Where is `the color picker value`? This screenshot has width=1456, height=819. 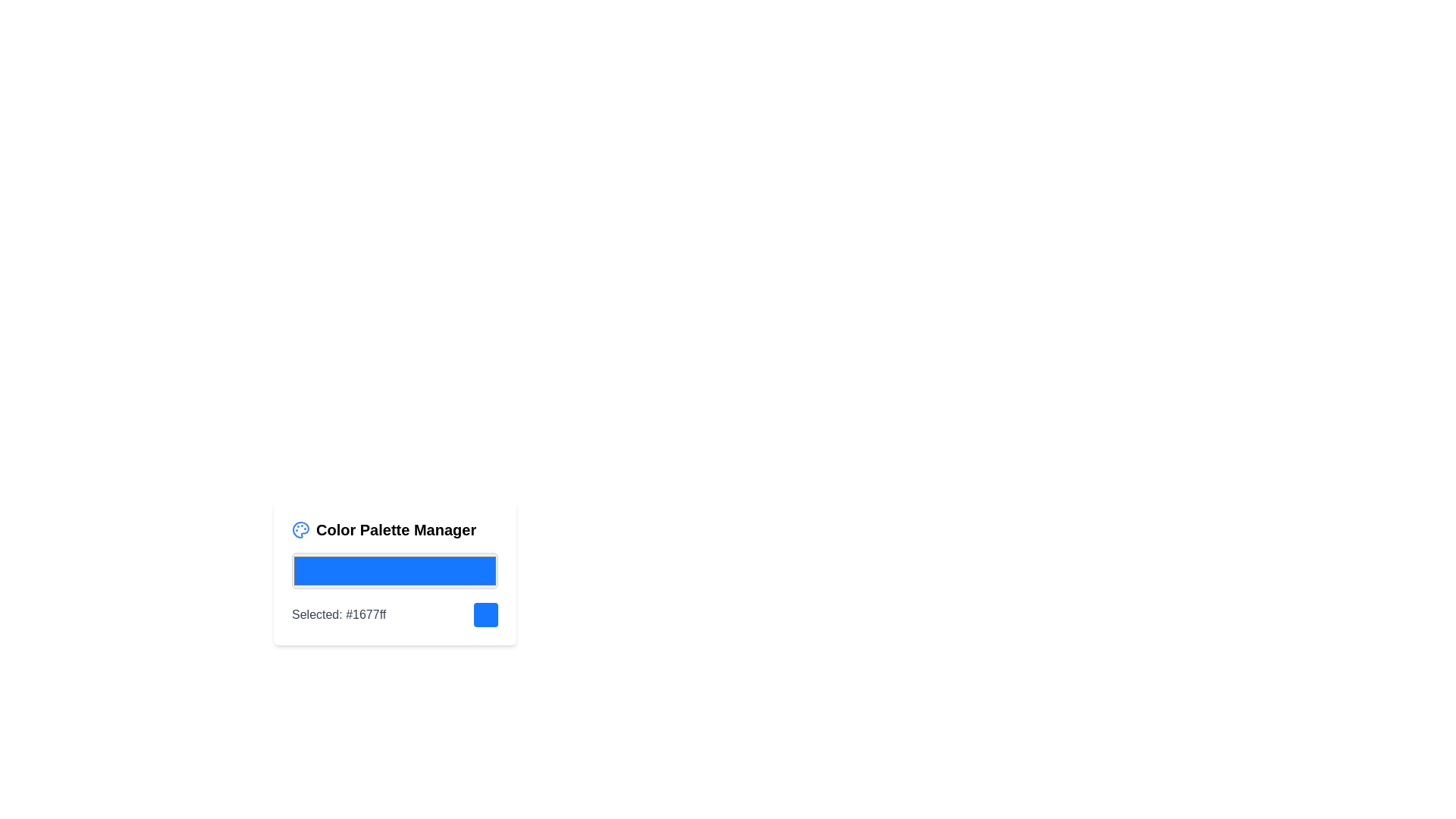 the color picker value is located at coordinates (395, 570).